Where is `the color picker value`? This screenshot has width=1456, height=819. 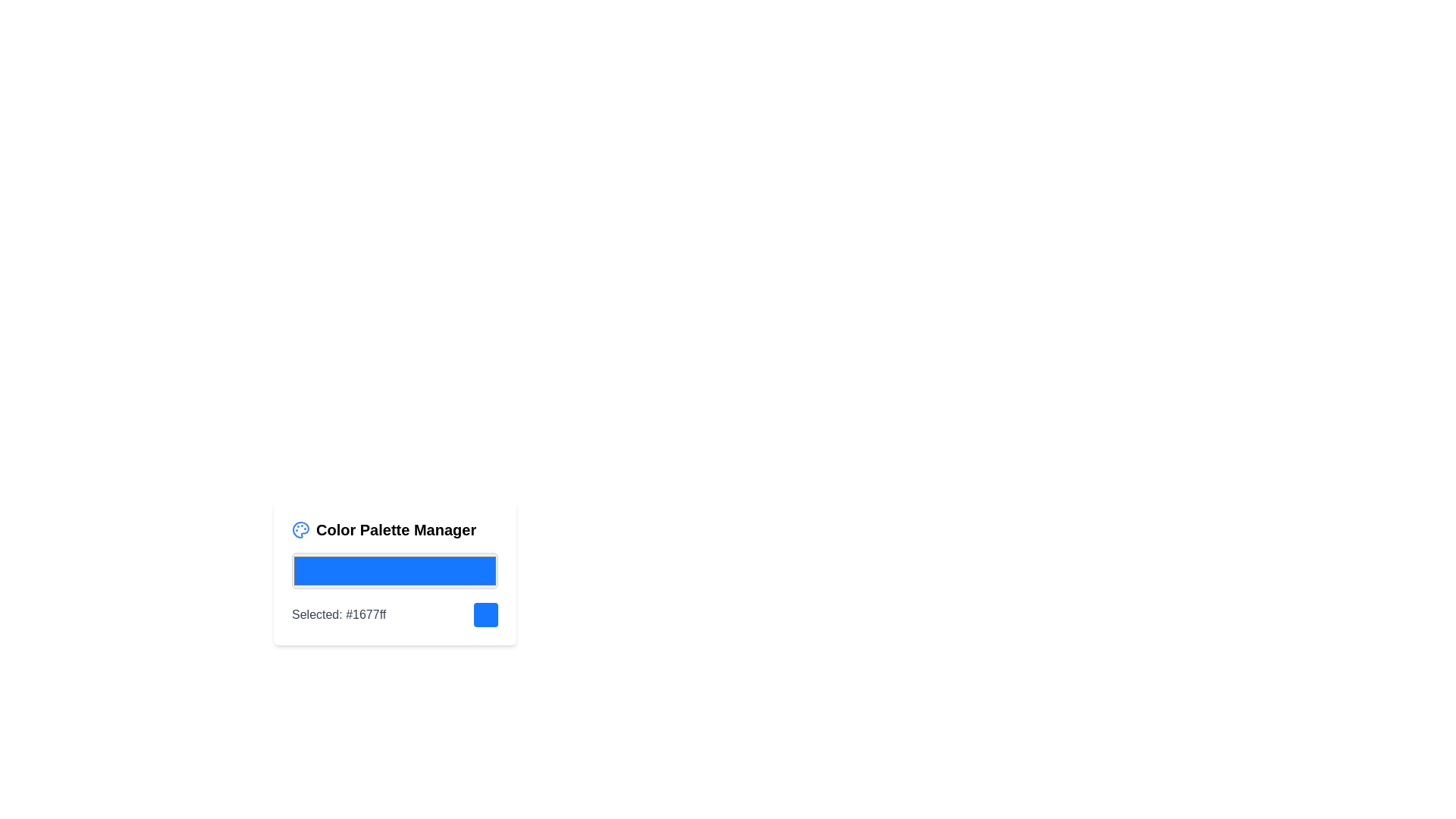 the color picker value is located at coordinates (395, 570).